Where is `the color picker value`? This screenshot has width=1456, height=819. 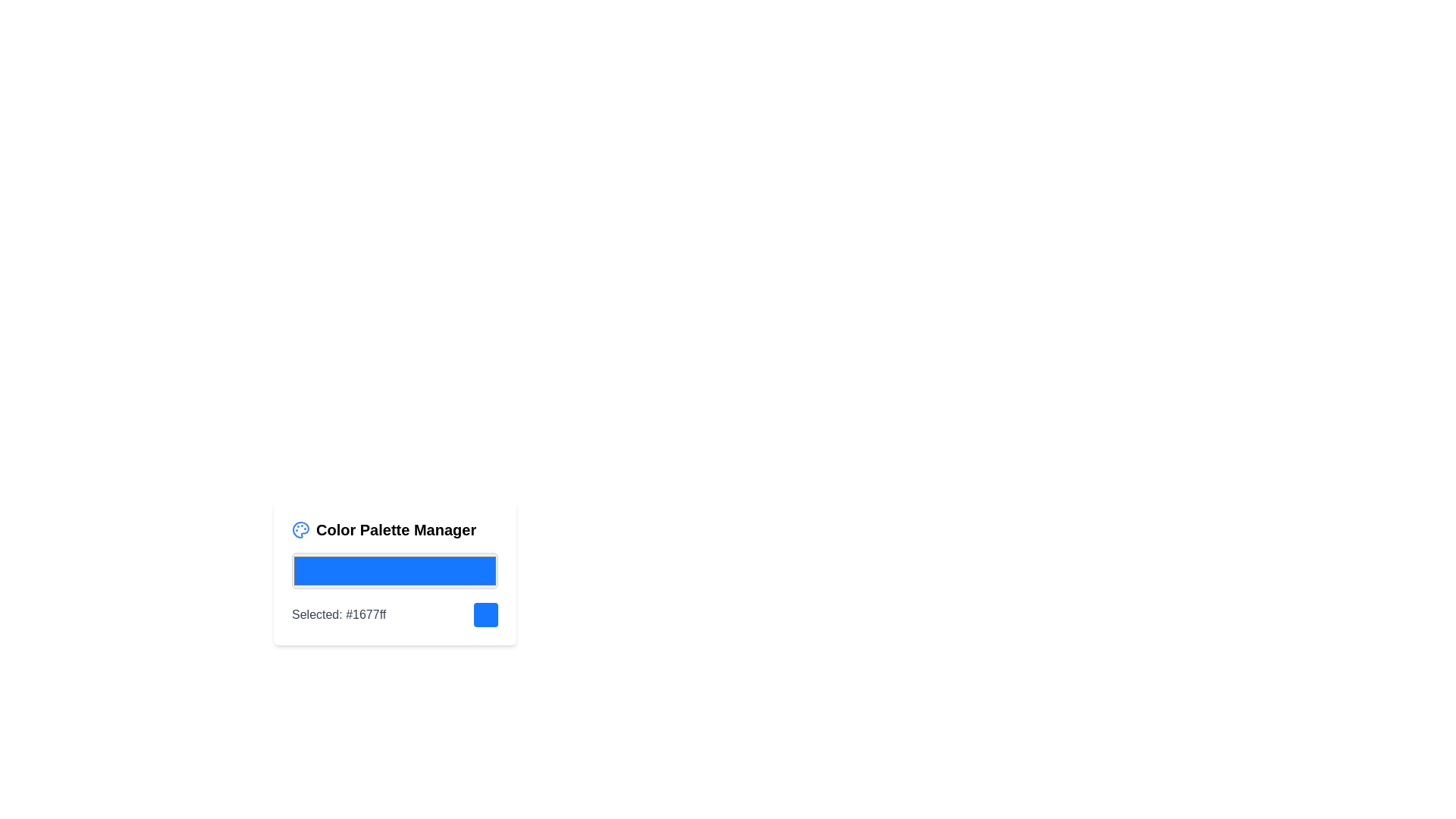 the color picker value is located at coordinates (395, 570).